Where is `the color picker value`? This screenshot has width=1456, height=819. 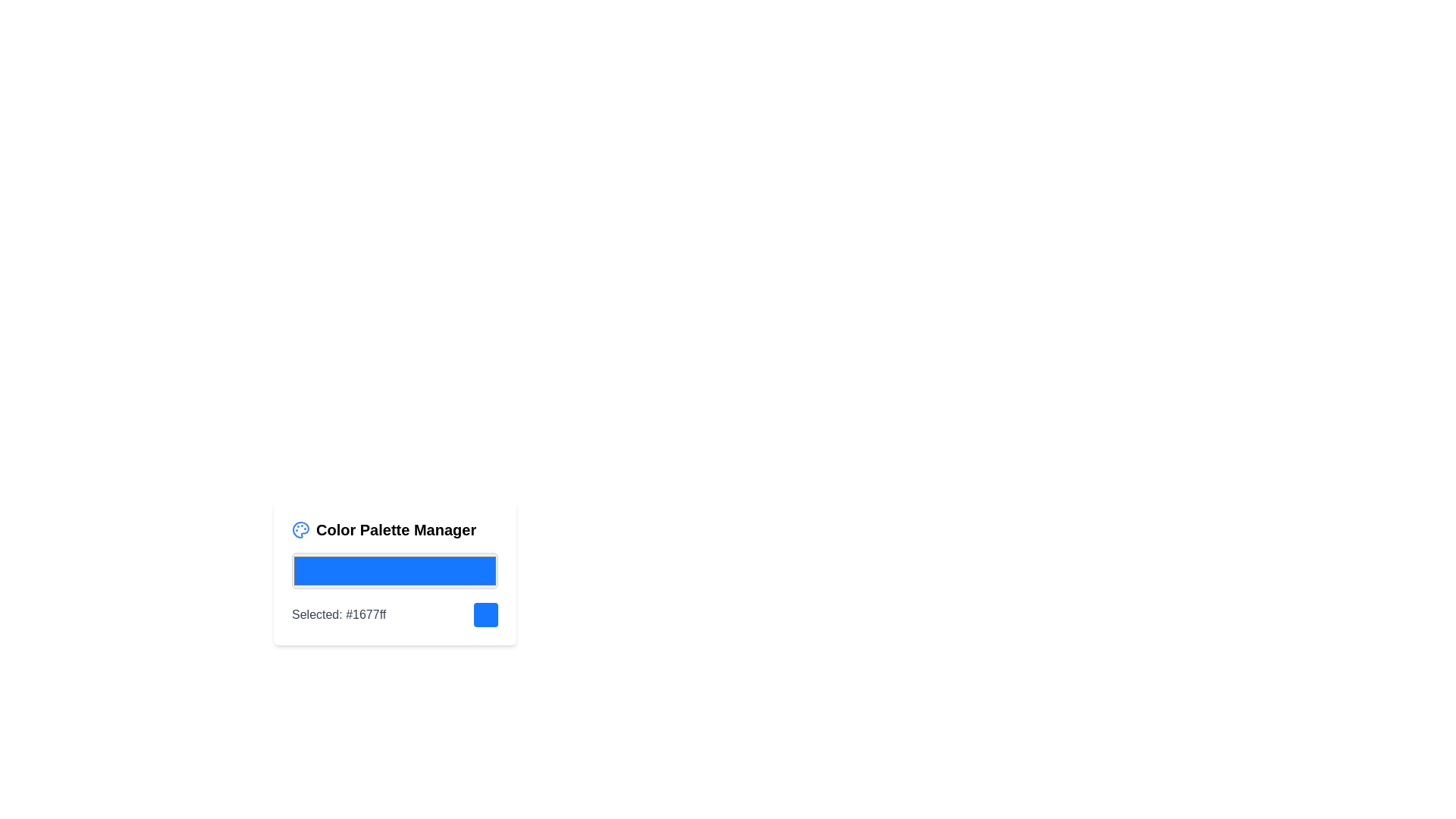 the color picker value is located at coordinates (395, 570).